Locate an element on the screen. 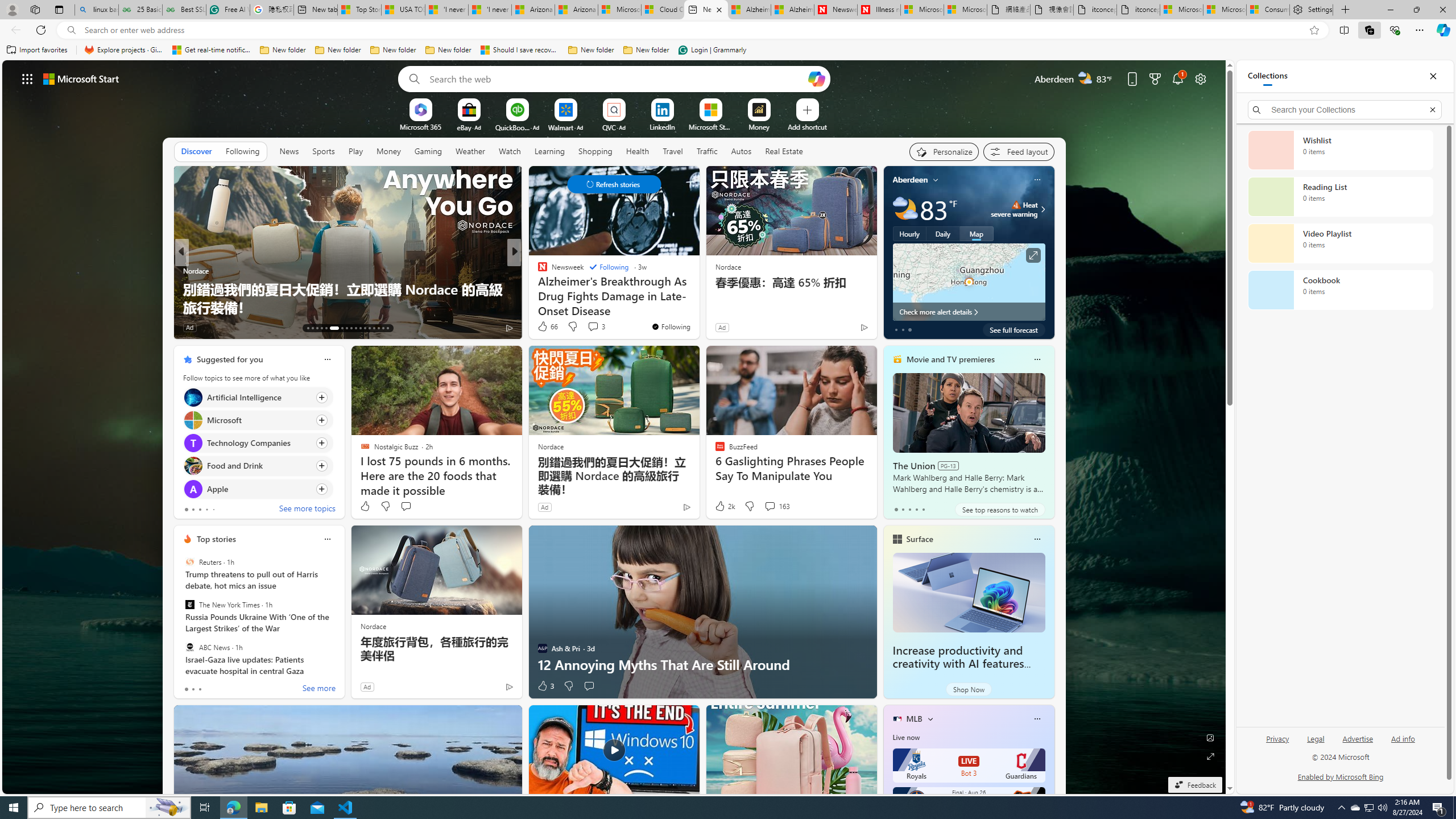 This screenshot has height=819, width=1456. 'Gaming' is located at coordinates (428, 150).